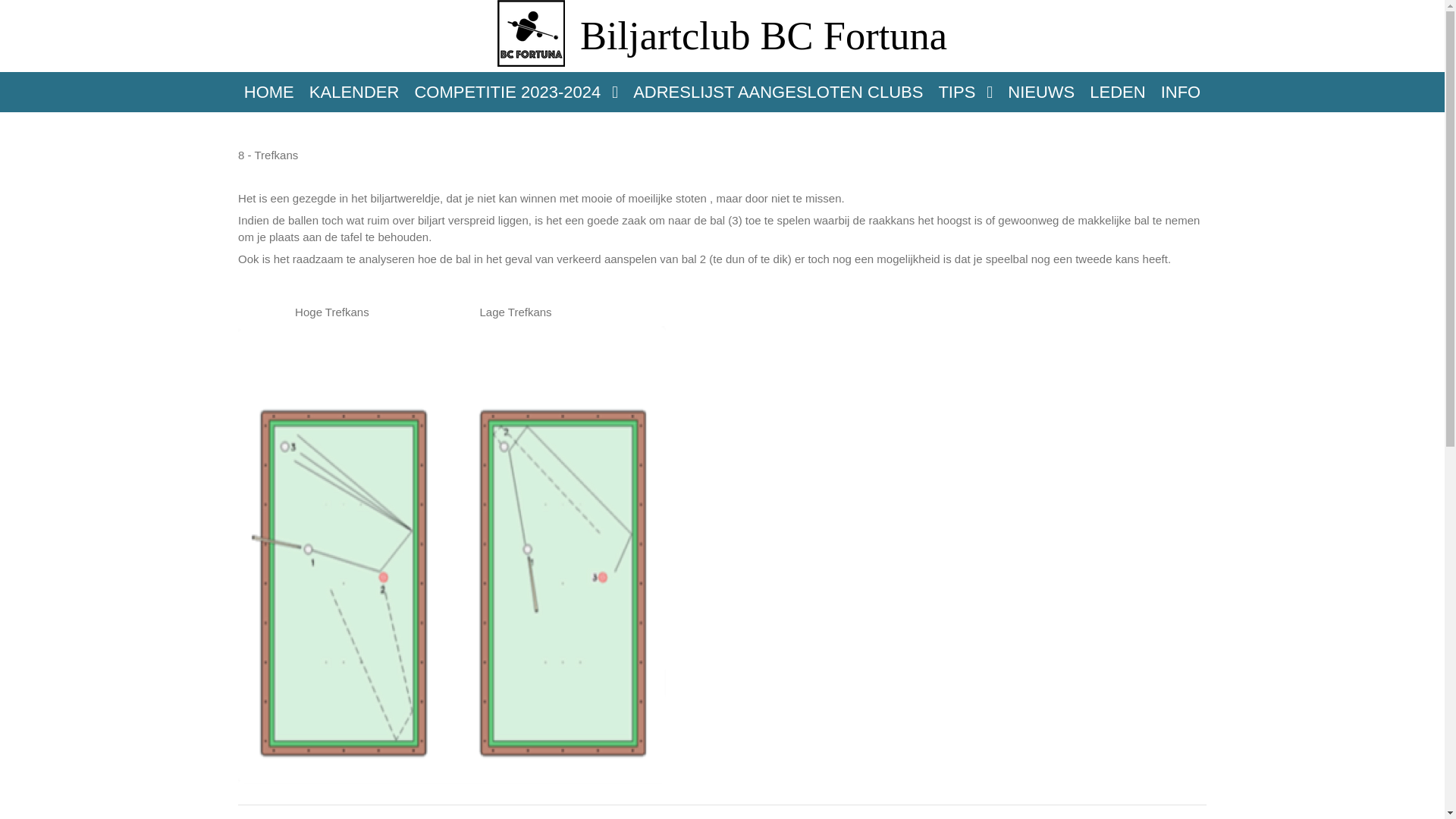  What do you see at coordinates (1040, 91) in the screenshot?
I see `'NIEUWS'` at bounding box center [1040, 91].